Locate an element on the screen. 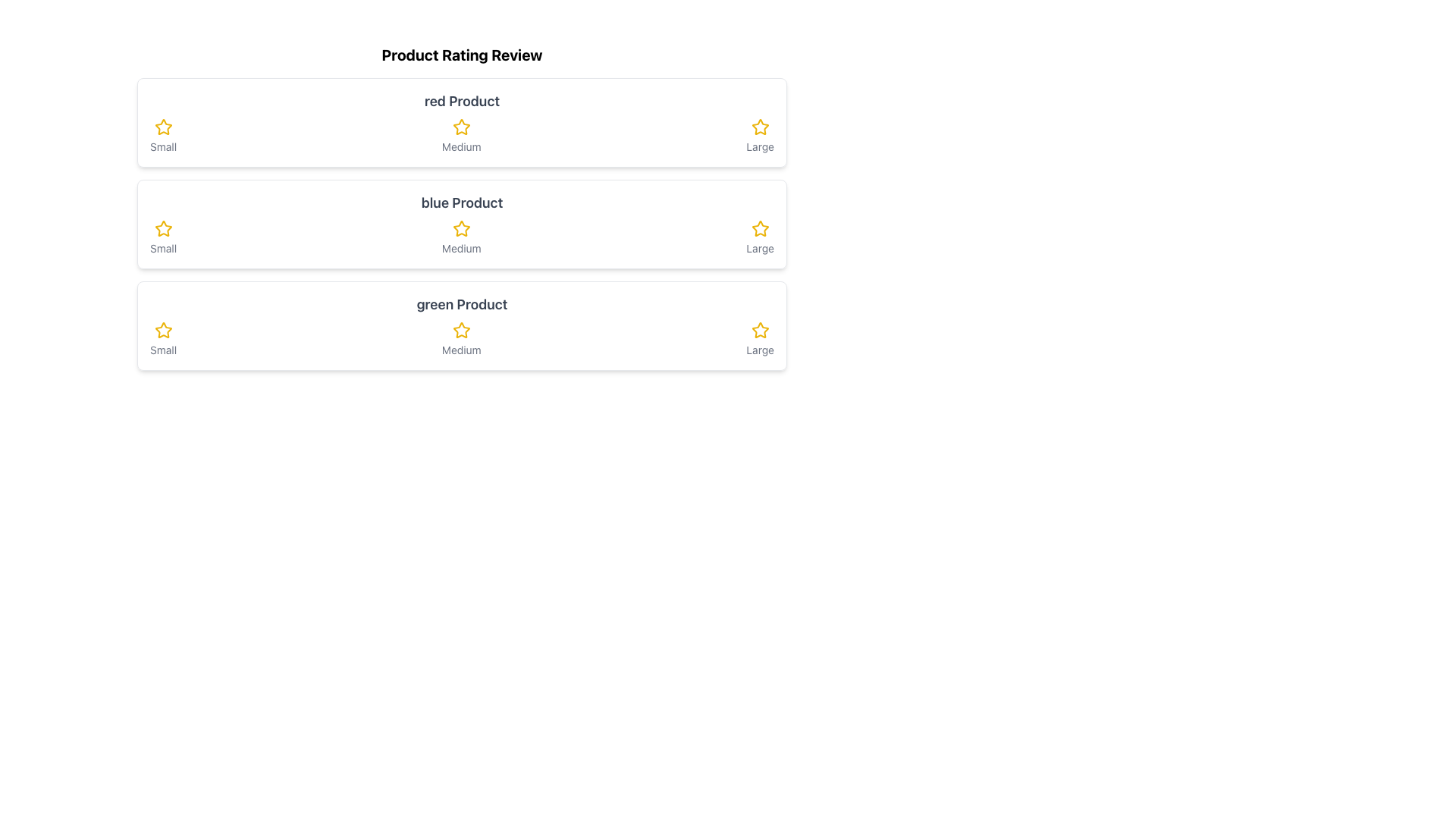 The width and height of the screenshot is (1456, 819). the star icon for rating the 'Large' size option in the 'green Product' row, located at the bottom-most card of the stacked list is located at coordinates (760, 329).